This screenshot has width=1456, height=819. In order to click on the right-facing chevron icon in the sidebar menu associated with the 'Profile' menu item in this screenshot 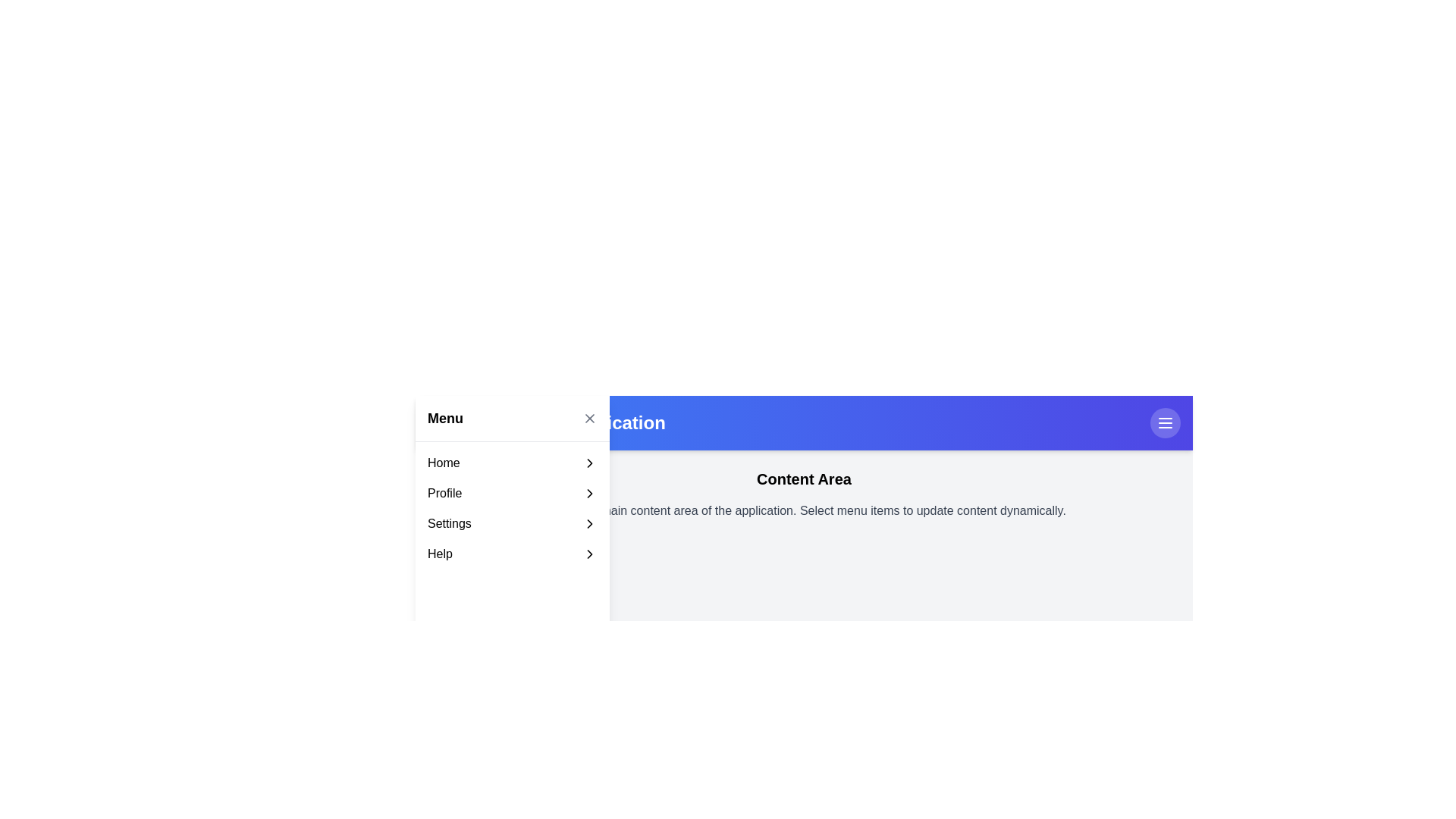, I will do `click(588, 494)`.